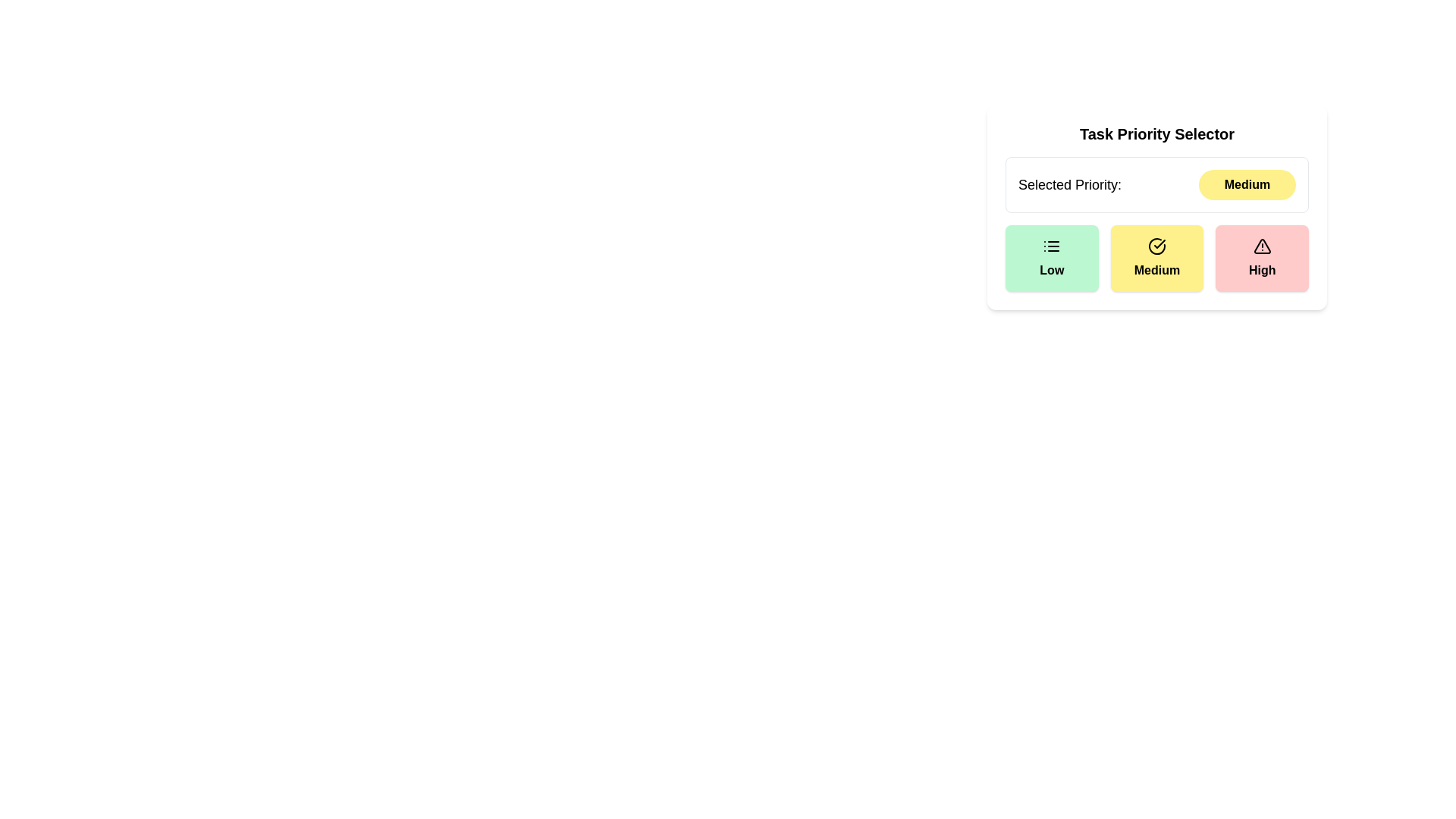  Describe the element at coordinates (1156, 257) in the screenshot. I see `the priority level Medium button` at that location.